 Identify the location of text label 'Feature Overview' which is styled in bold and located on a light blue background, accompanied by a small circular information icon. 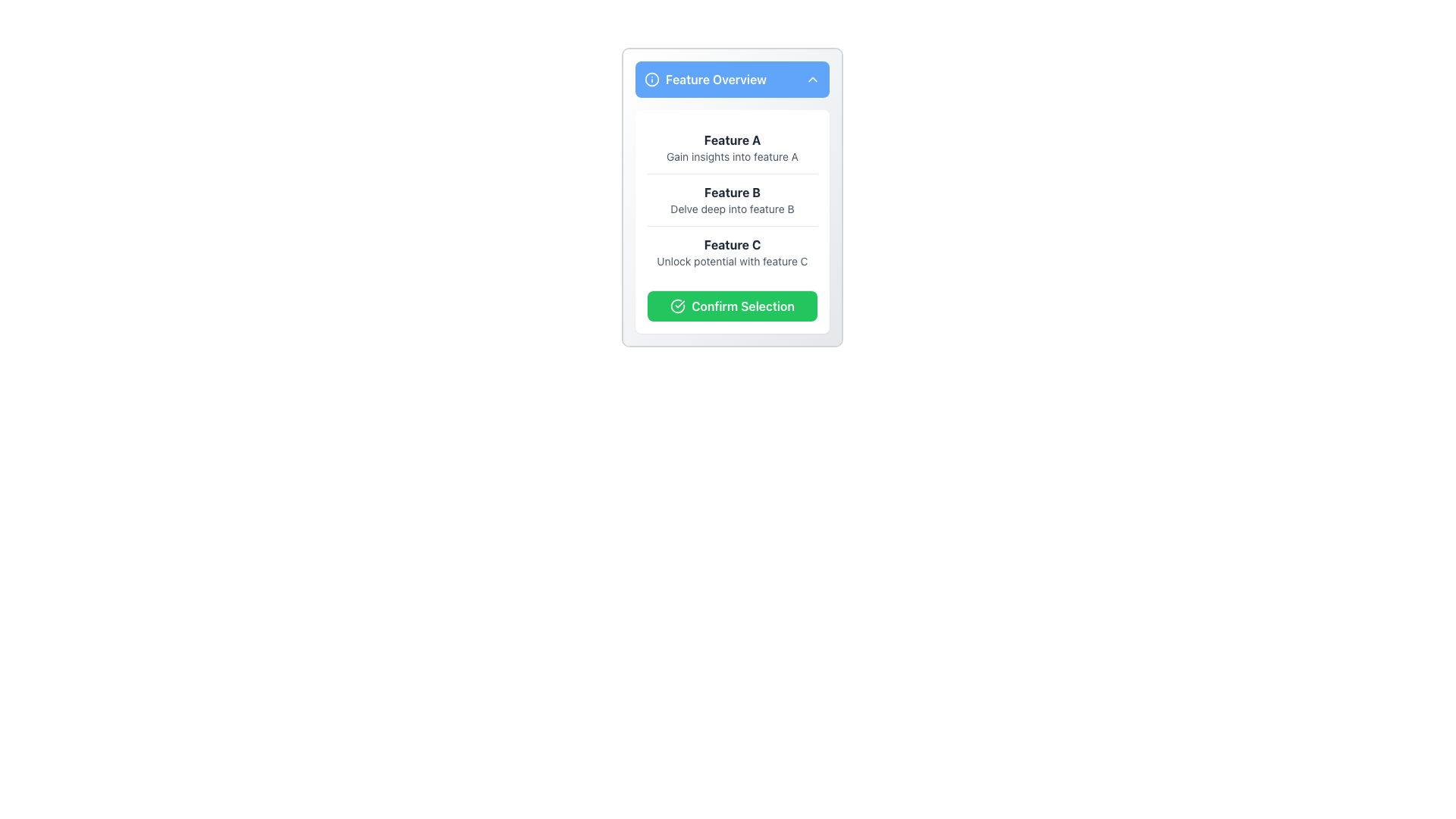
(704, 79).